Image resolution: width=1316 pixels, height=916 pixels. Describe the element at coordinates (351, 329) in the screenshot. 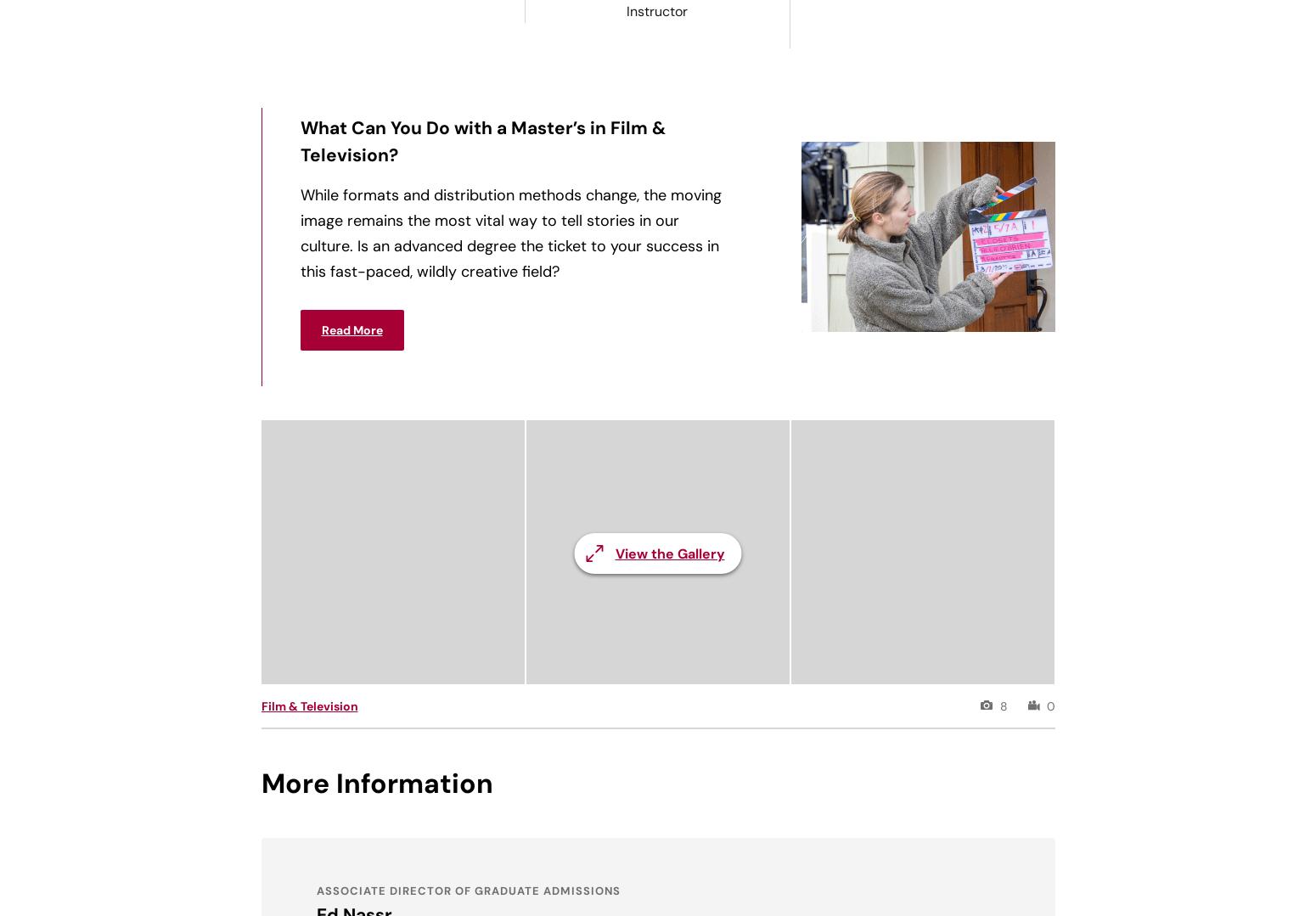

I see `'Read More'` at that location.